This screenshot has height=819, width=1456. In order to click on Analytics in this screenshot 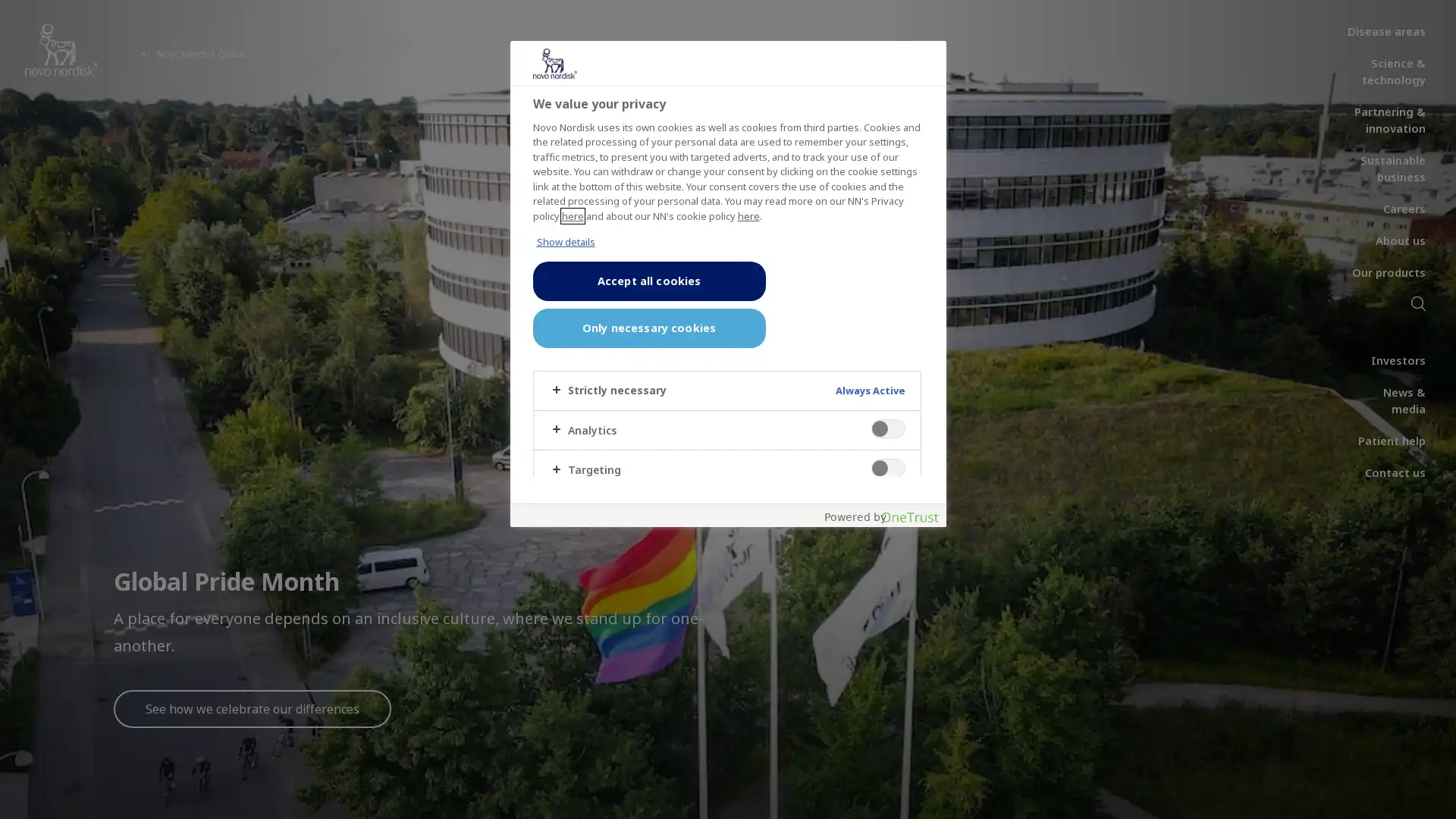, I will do `click(726, 430)`.